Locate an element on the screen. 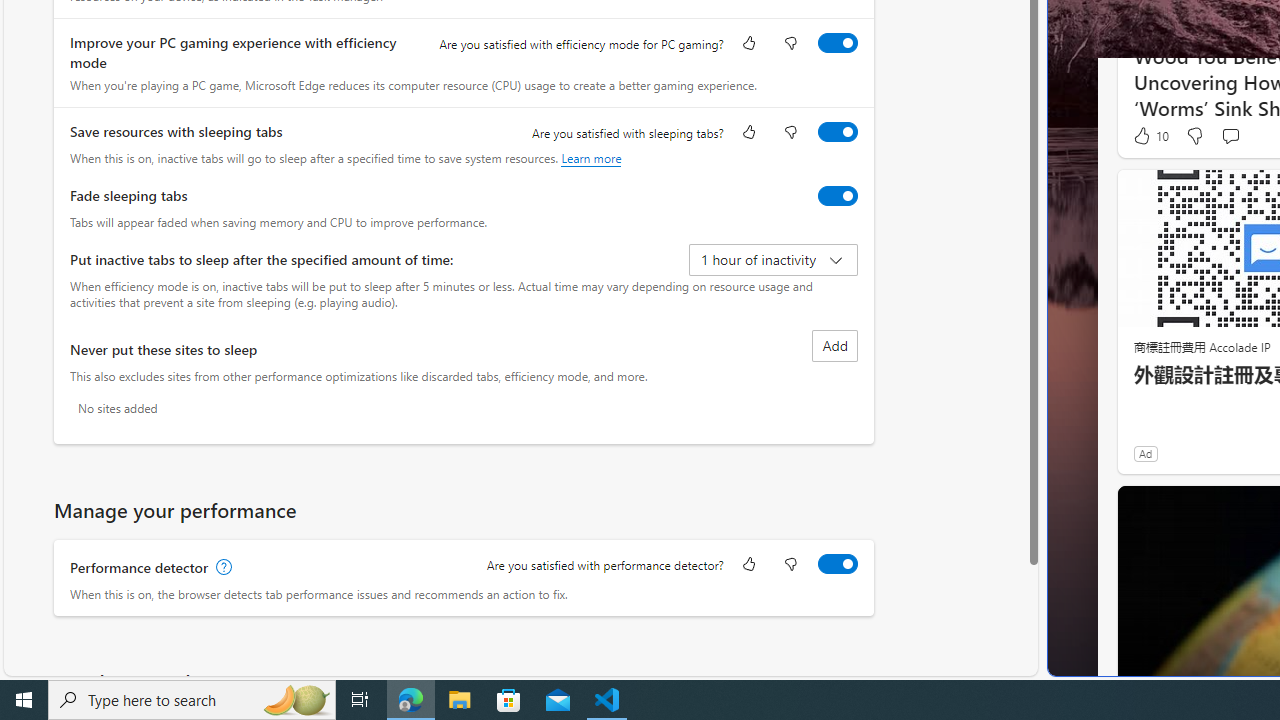  'Learn more' is located at coordinates (590, 157).